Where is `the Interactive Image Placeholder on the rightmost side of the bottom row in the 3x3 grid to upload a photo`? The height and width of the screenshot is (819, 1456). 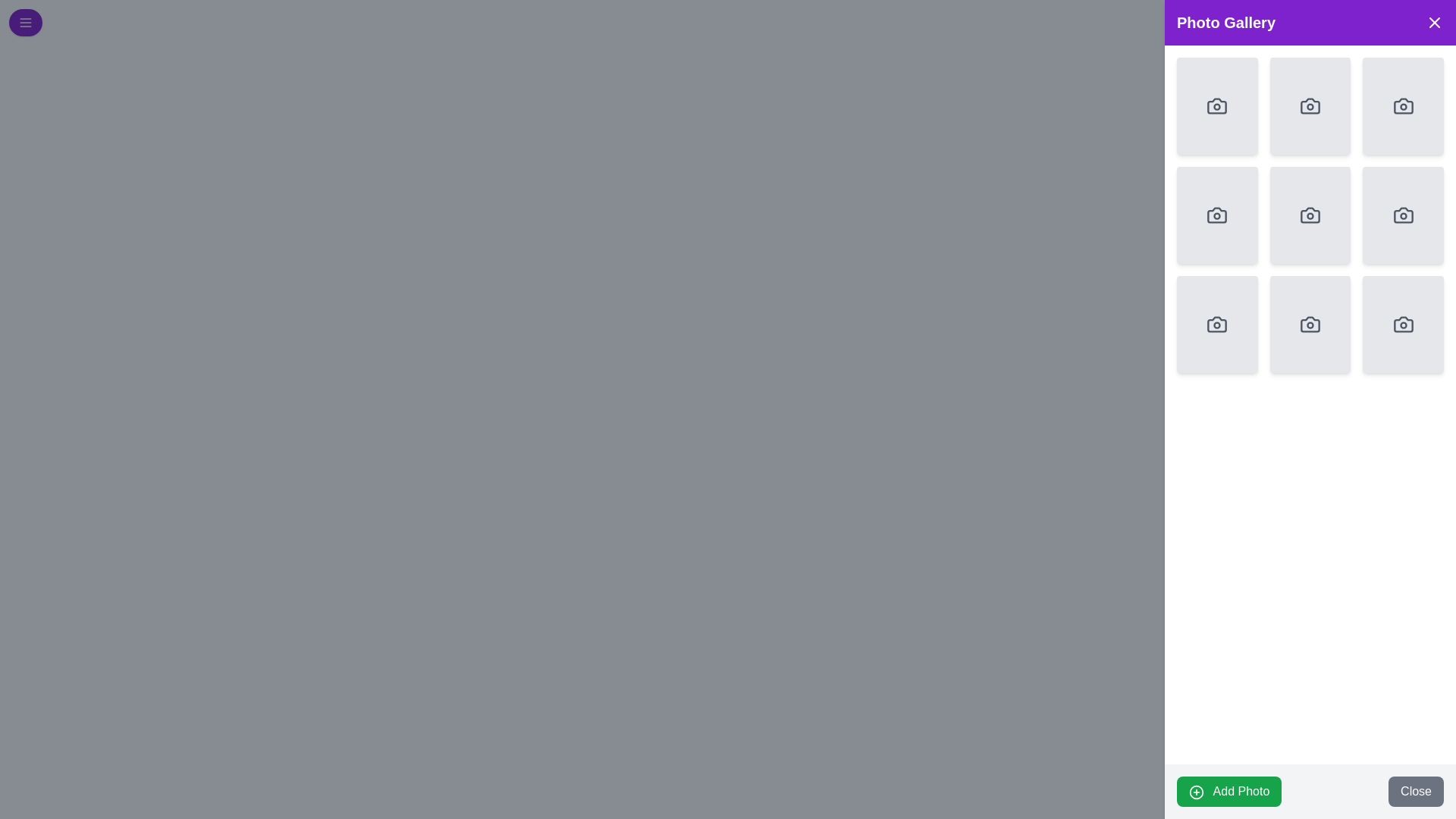
the Interactive Image Placeholder on the rightmost side of the bottom row in the 3x3 grid to upload a photo is located at coordinates (1401, 324).